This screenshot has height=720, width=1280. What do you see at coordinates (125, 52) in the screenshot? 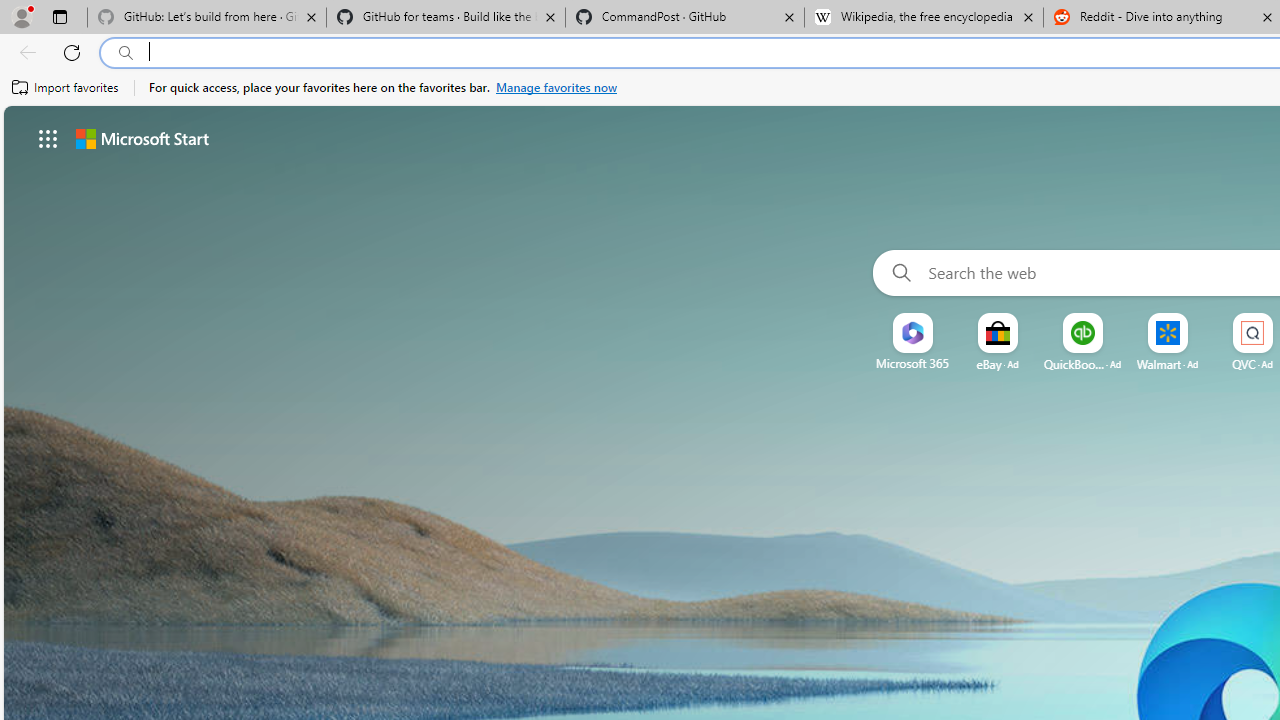
I see `'Search icon'` at bounding box center [125, 52].